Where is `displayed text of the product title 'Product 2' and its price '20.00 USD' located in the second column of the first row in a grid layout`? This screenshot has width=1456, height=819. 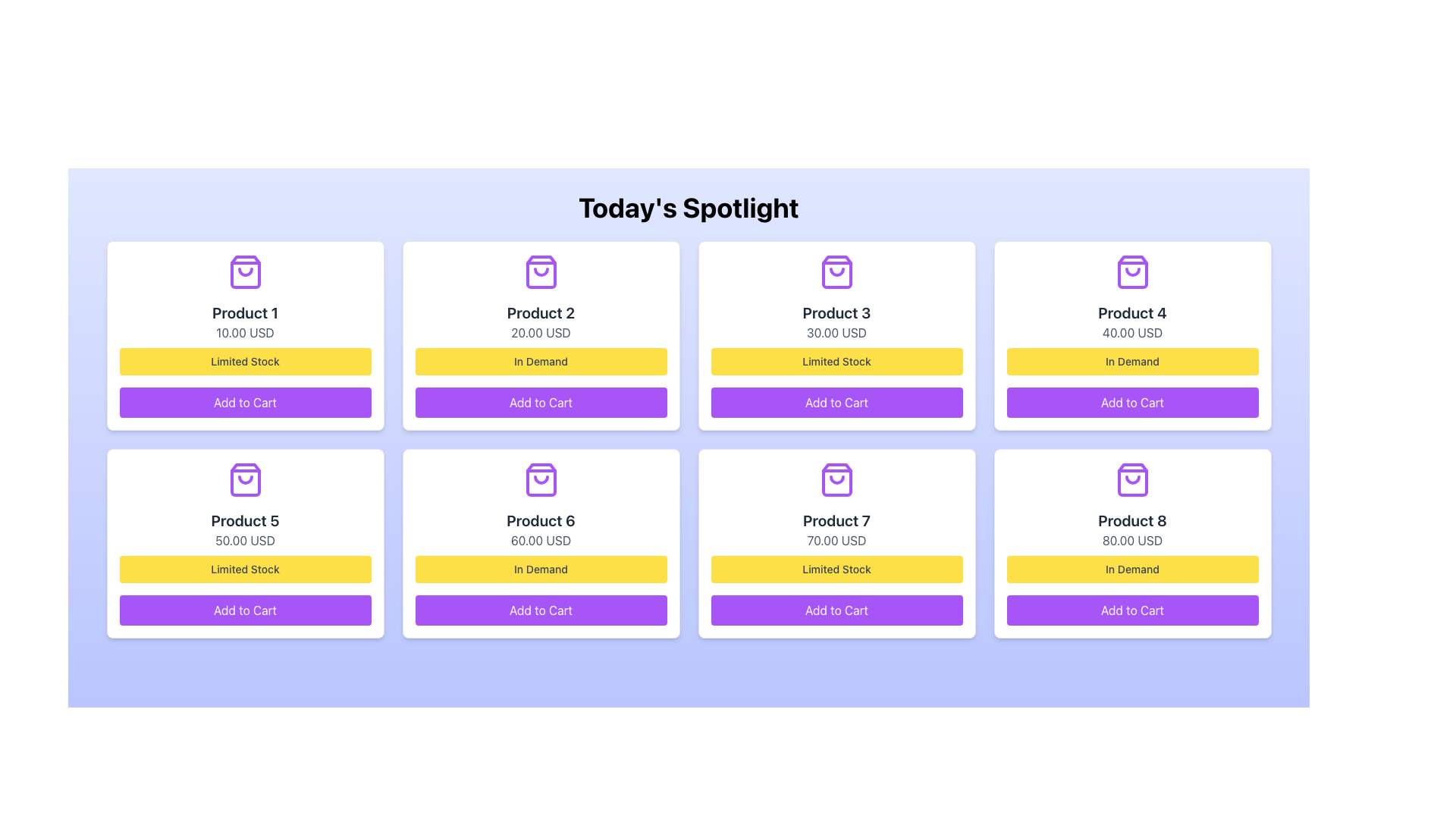
displayed text of the product title 'Product 2' and its price '20.00 USD' located in the second column of the first row in a grid layout is located at coordinates (541, 321).